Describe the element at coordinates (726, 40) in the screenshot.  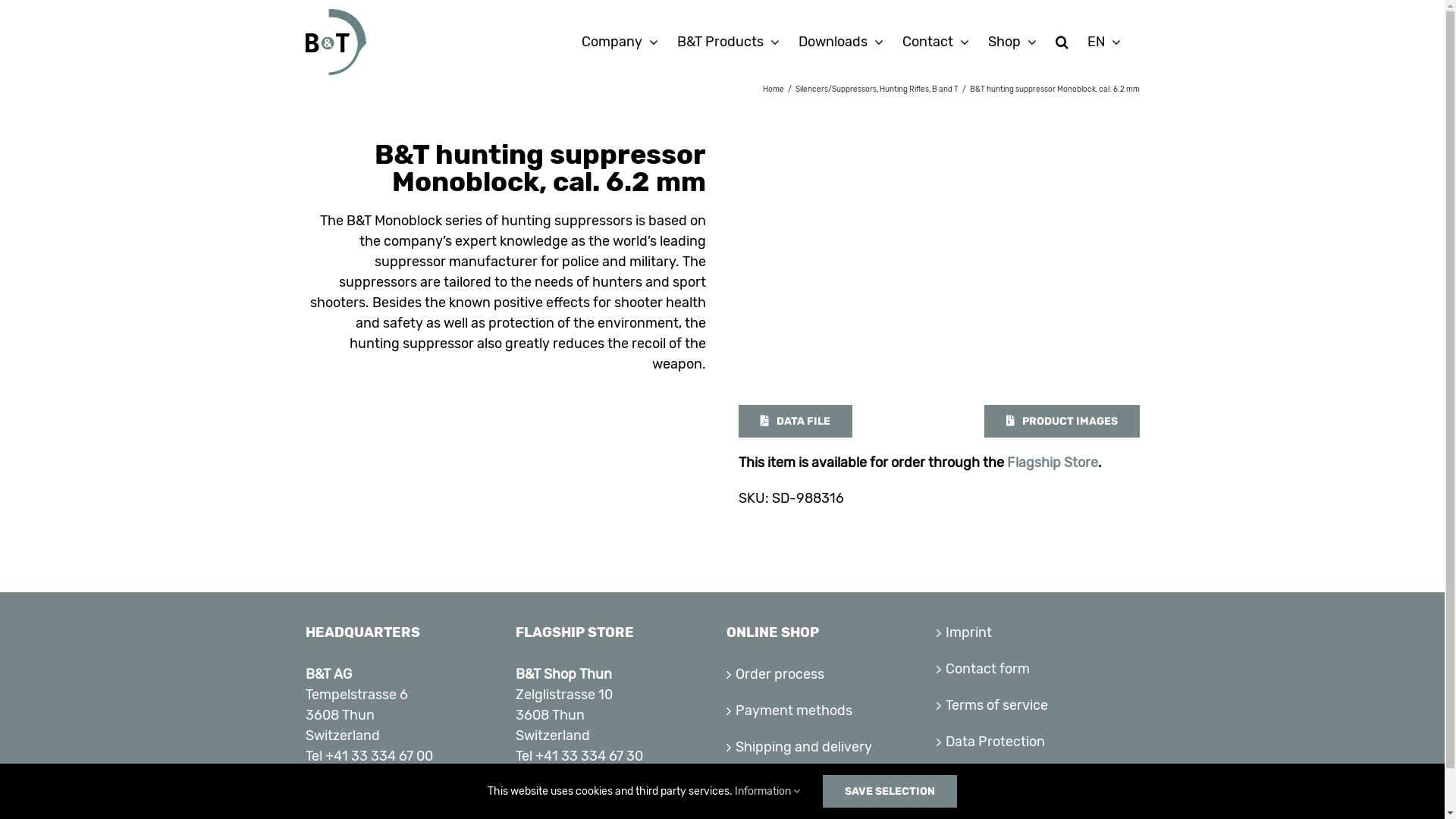
I see `'B&T Products'` at that location.